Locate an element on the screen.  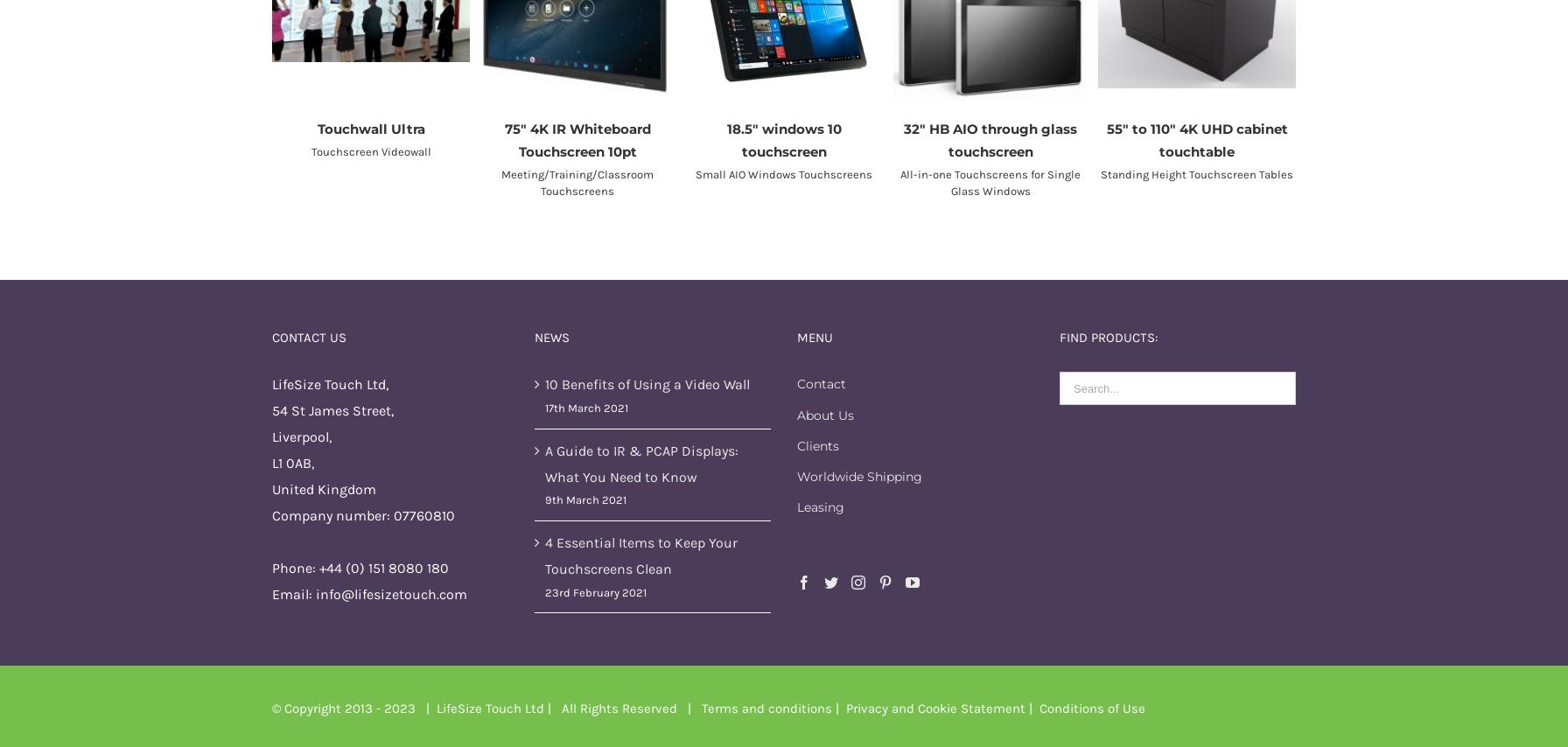
'10 Benefits of Using a Video Wall' is located at coordinates (647, 383).